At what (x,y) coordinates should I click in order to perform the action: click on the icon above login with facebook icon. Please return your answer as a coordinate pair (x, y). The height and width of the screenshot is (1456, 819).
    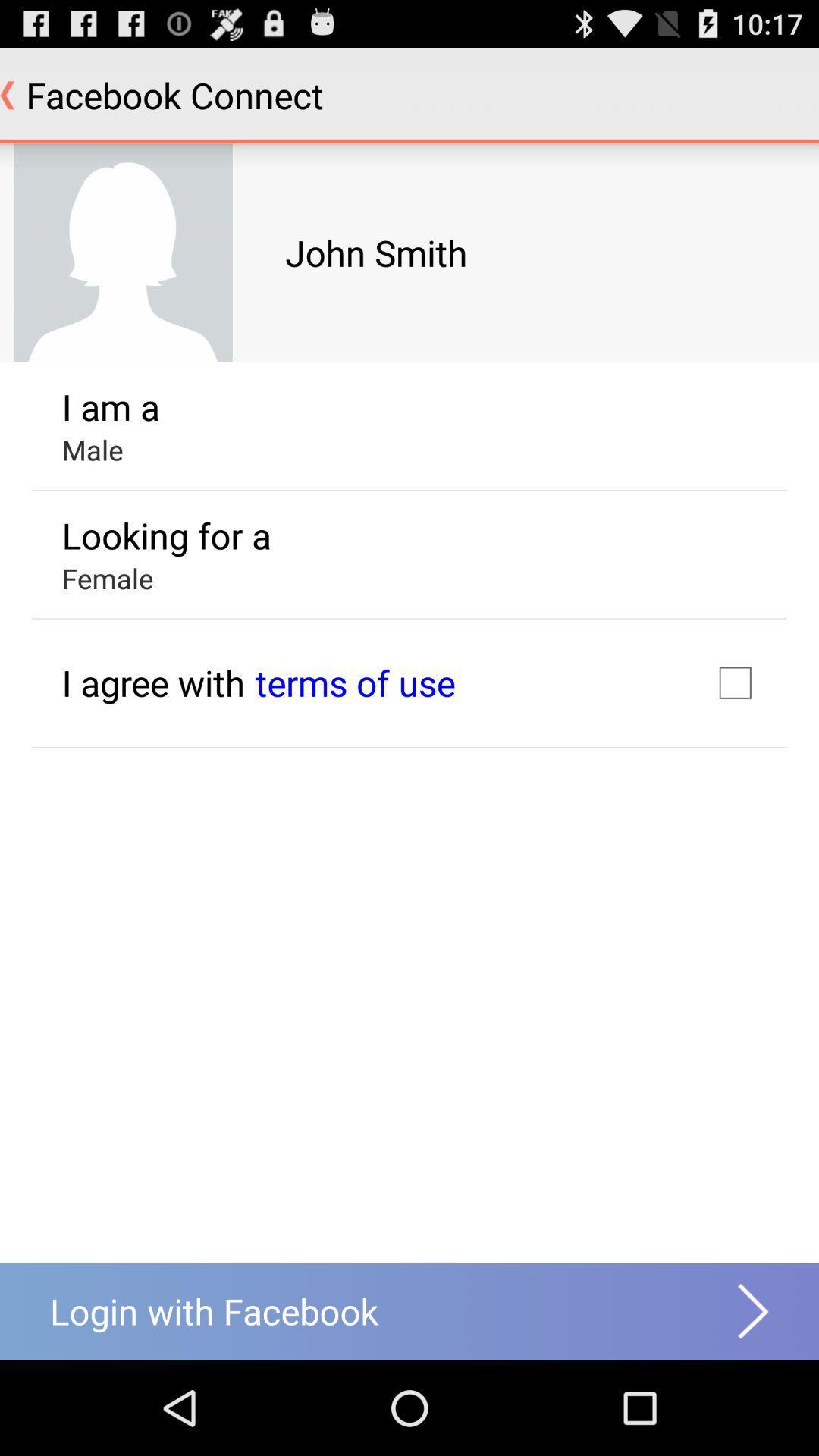
    Looking at the image, I should click on (153, 682).